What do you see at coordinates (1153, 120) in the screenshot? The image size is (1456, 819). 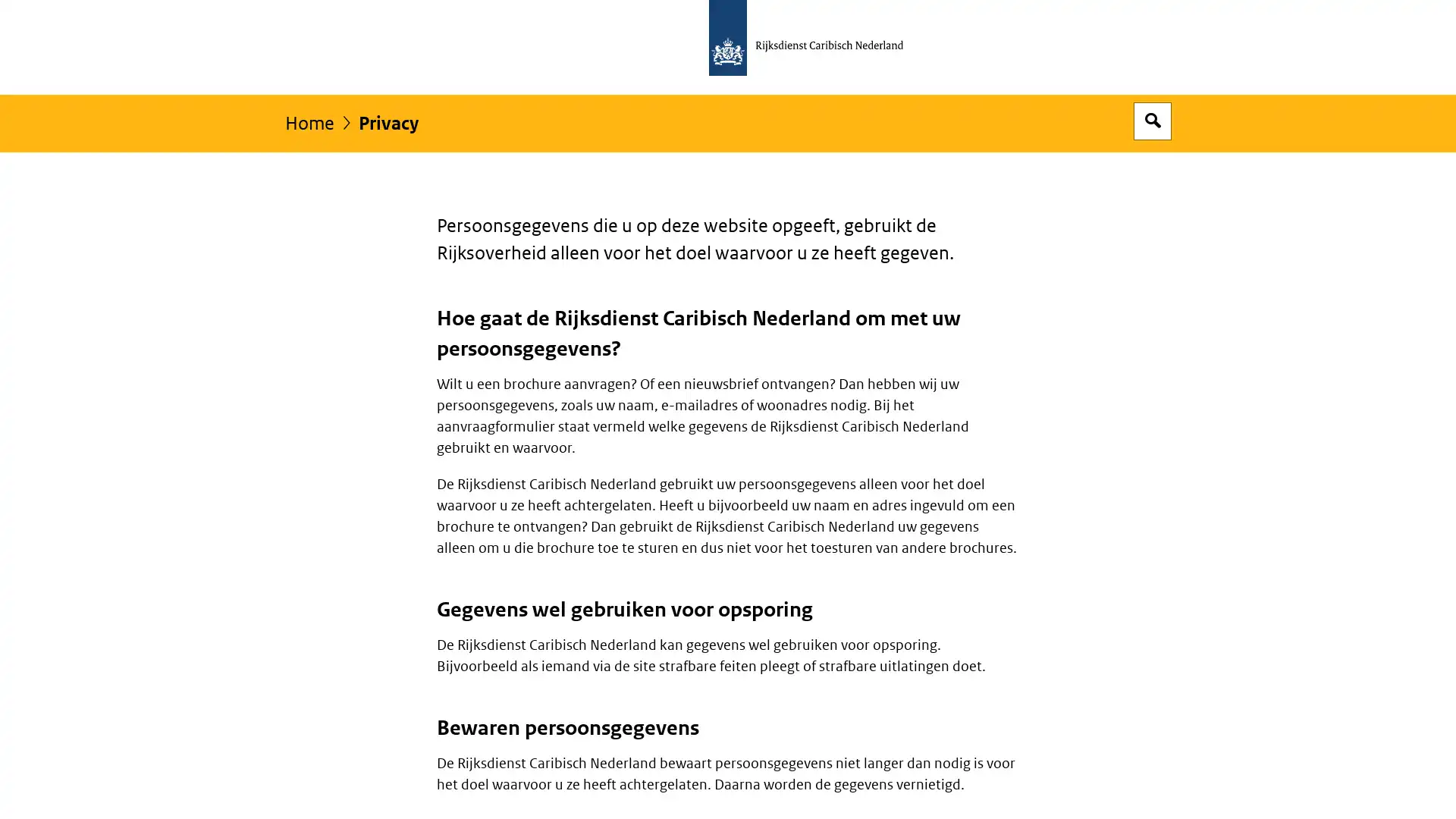 I see `Open zoekveld` at bounding box center [1153, 120].